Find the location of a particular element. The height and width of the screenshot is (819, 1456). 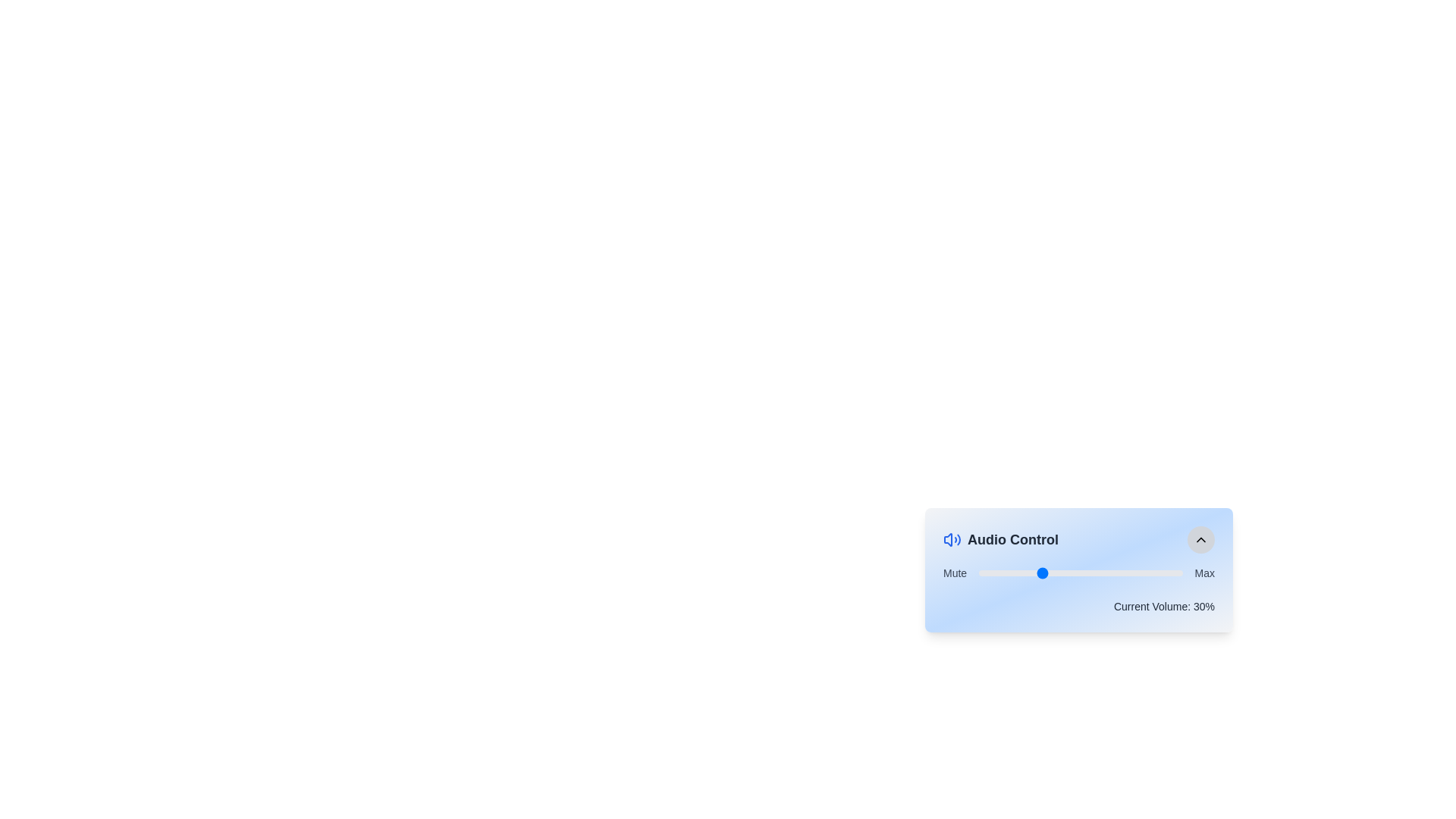

the blue speaker icon with sound wave lines, which is located to the left of the 'Audio Control' header is located at coordinates (952, 539).